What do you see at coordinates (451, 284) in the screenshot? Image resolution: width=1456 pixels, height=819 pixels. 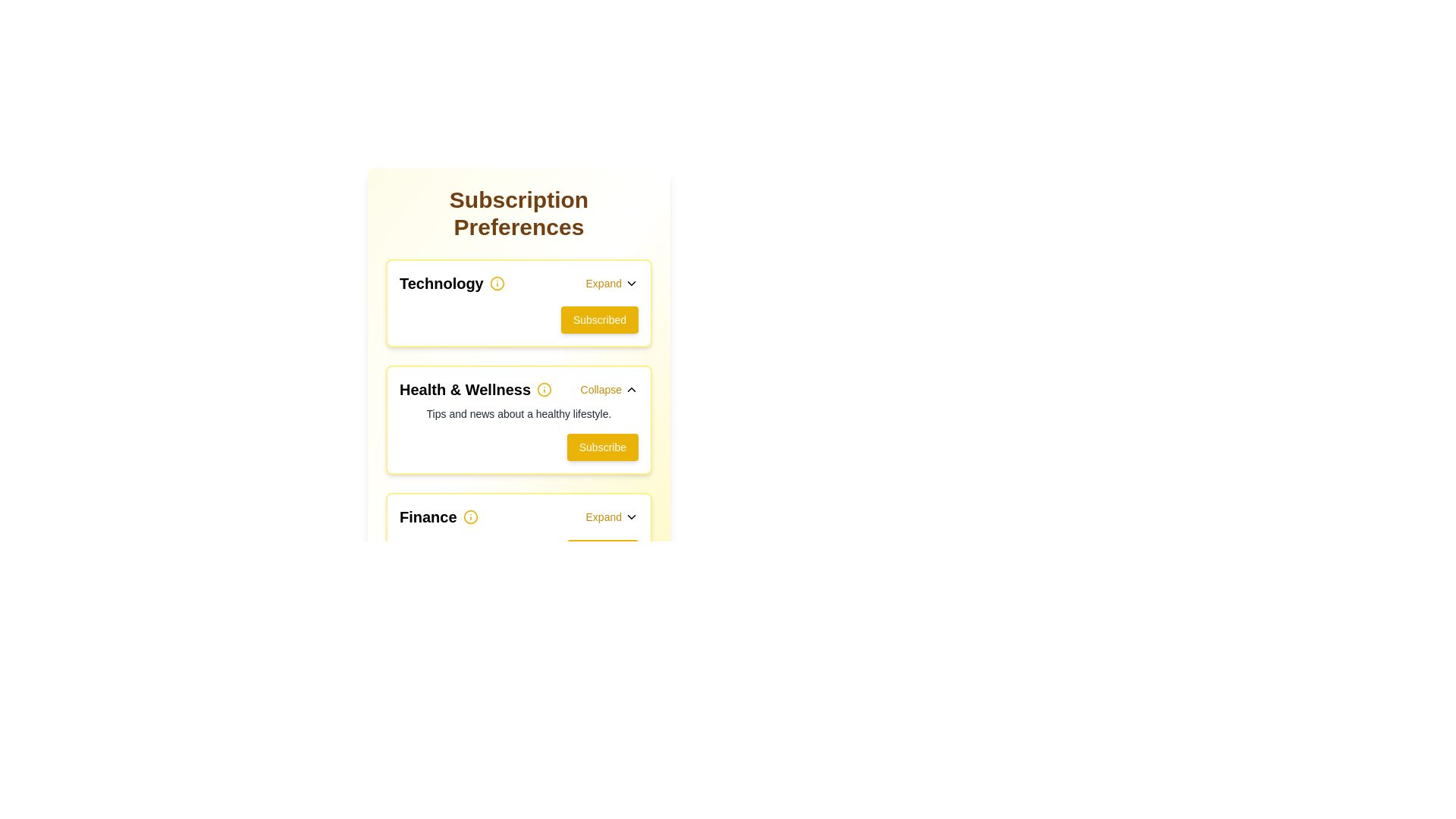 I see `the 'Technology' text with the accompanying yellow information icon` at bounding box center [451, 284].